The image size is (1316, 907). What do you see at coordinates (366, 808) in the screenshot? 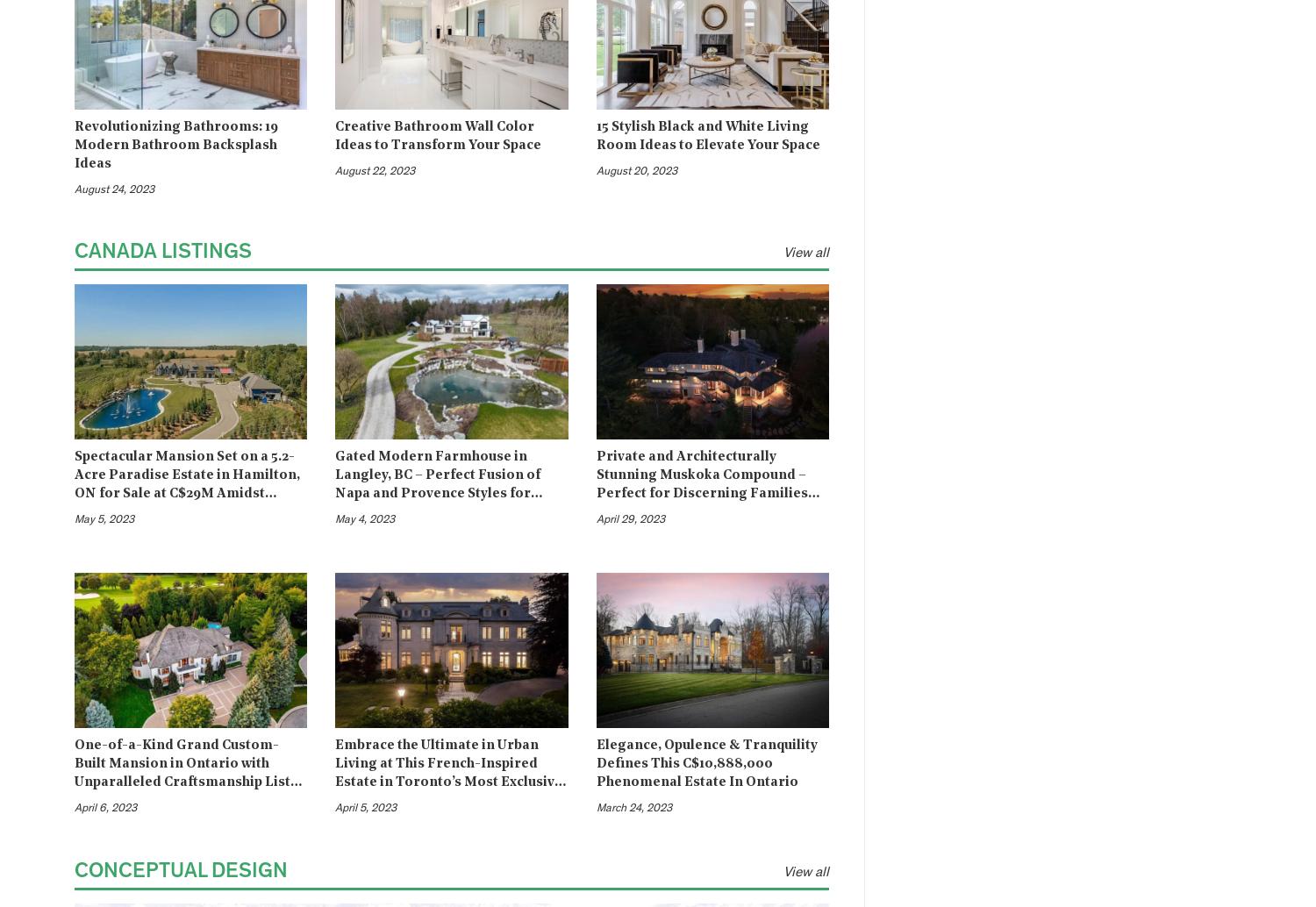
I see `'April 5, 2023'` at bounding box center [366, 808].